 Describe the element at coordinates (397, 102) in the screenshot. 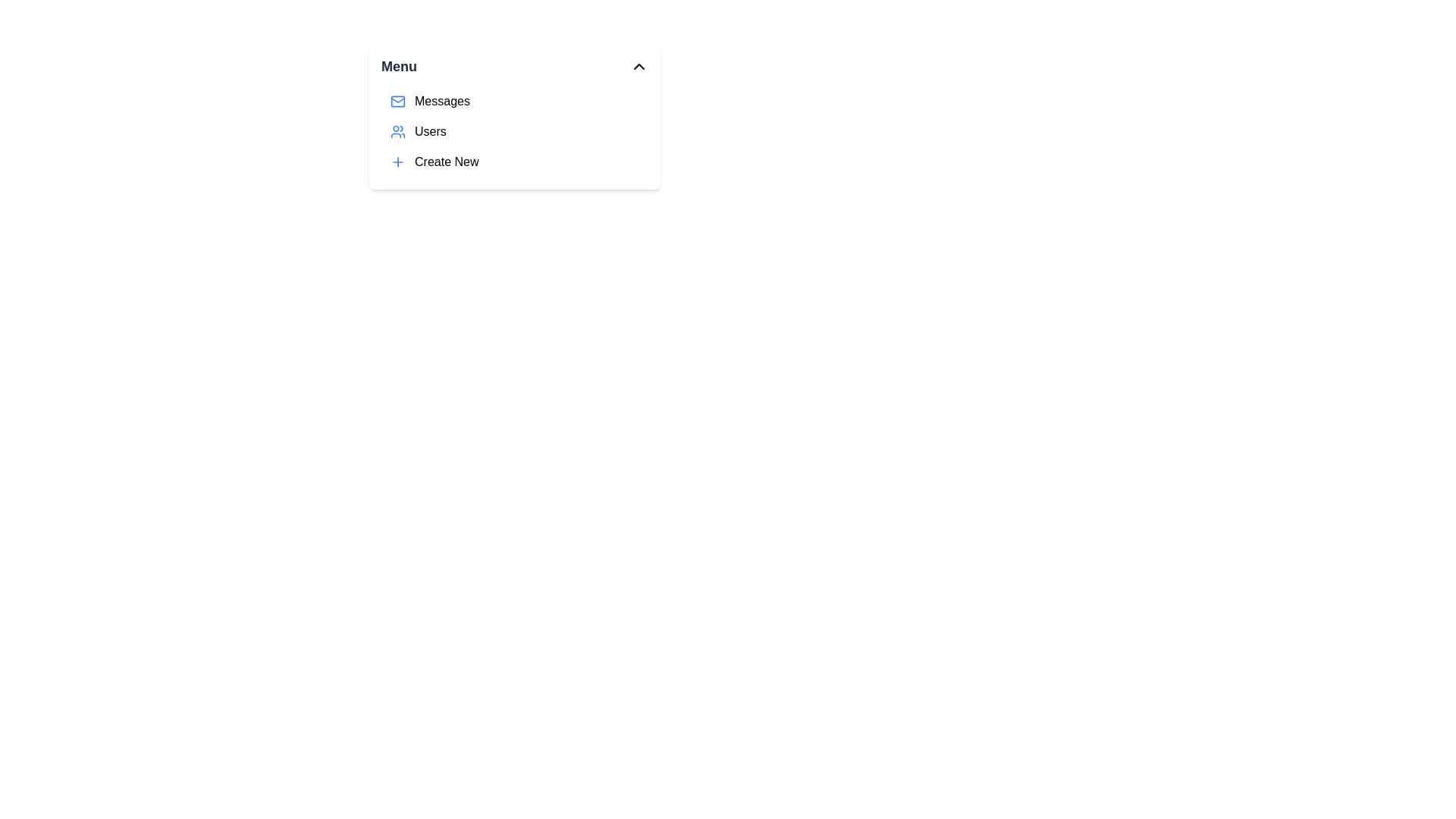

I see `the messages menu icon located to the left of the 'Messages' label in the first row of menu items` at that location.